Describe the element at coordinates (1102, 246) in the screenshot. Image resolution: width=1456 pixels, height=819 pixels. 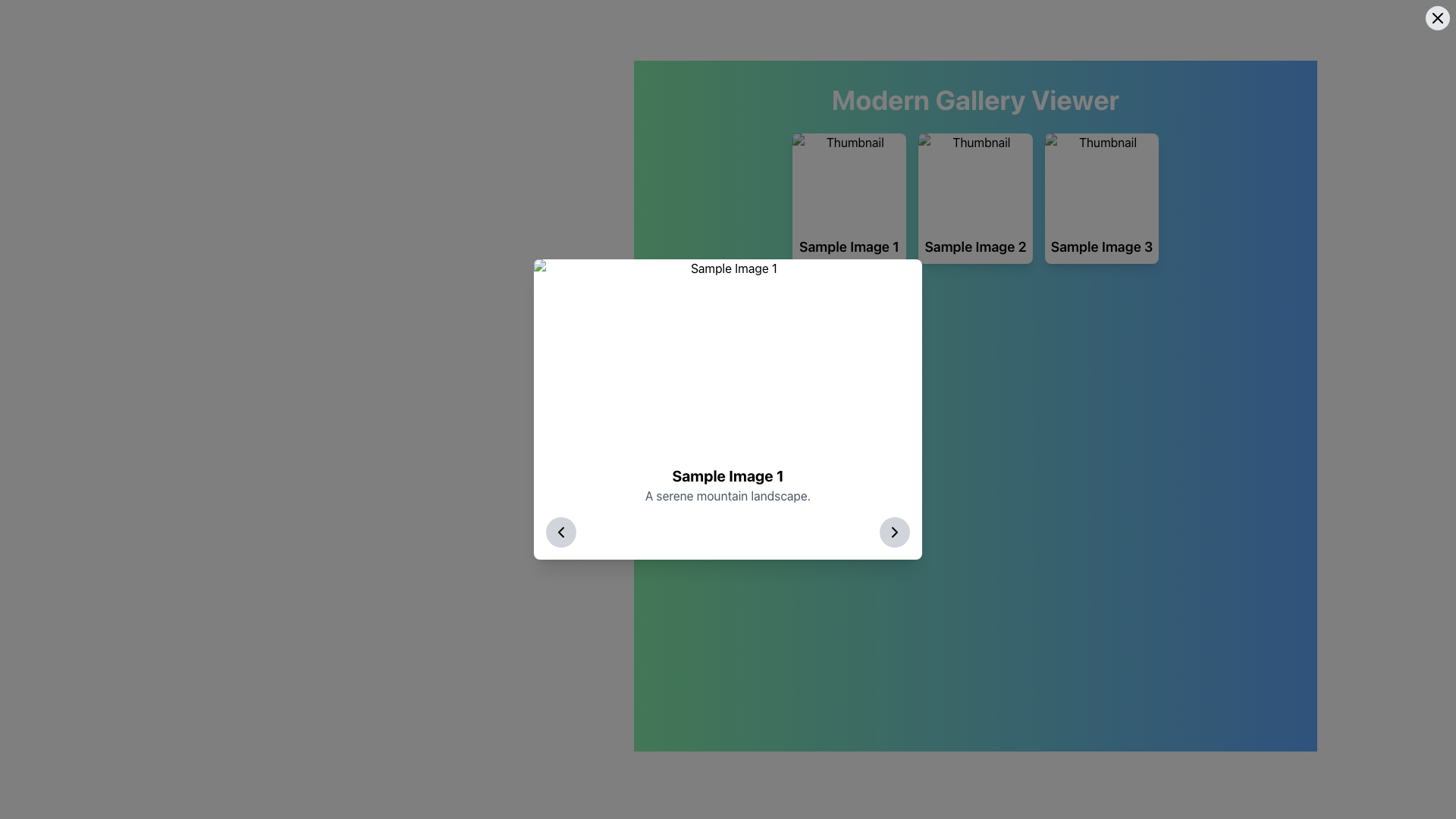
I see `the text label that reads 'Sample Image 3' located in the lower section of the third card in a row of three cards` at that location.